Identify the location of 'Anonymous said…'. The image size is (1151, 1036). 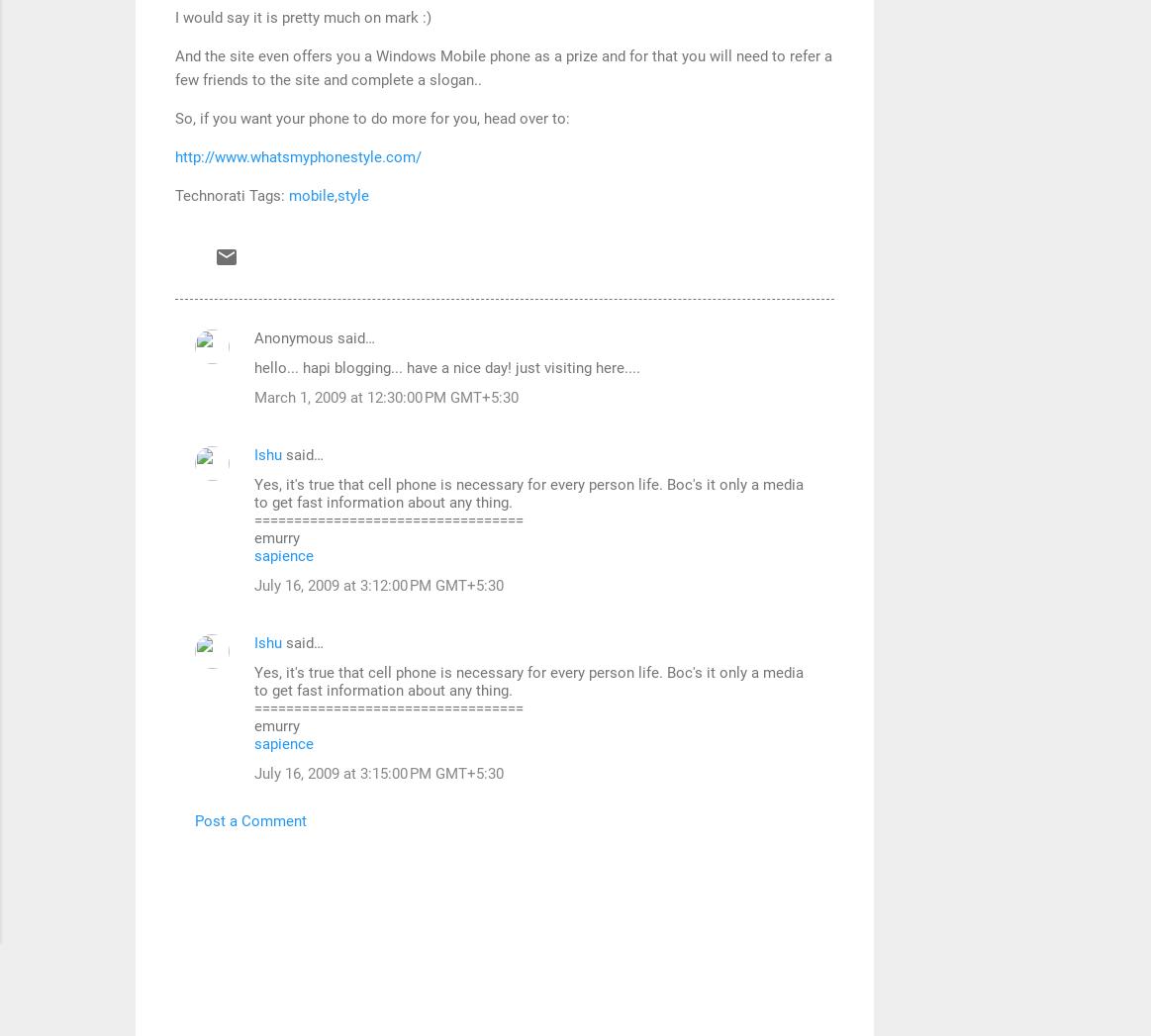
(251, 337).